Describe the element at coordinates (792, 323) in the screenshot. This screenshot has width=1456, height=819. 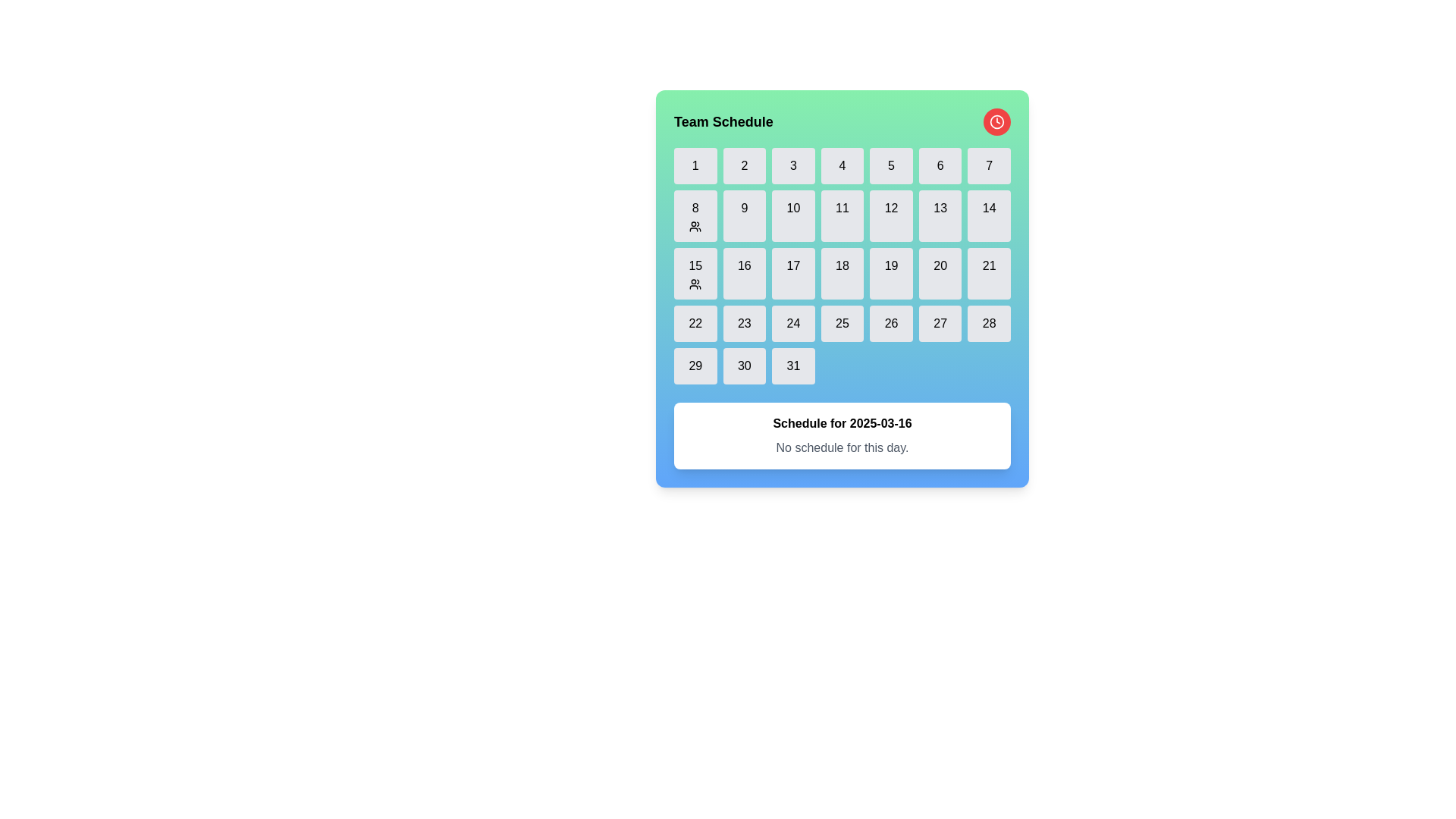
I see `the button displaying the number '24' in black typography, which is centered within a light gray square with rounded corners in the fourth row of the calendar grid` at that location.